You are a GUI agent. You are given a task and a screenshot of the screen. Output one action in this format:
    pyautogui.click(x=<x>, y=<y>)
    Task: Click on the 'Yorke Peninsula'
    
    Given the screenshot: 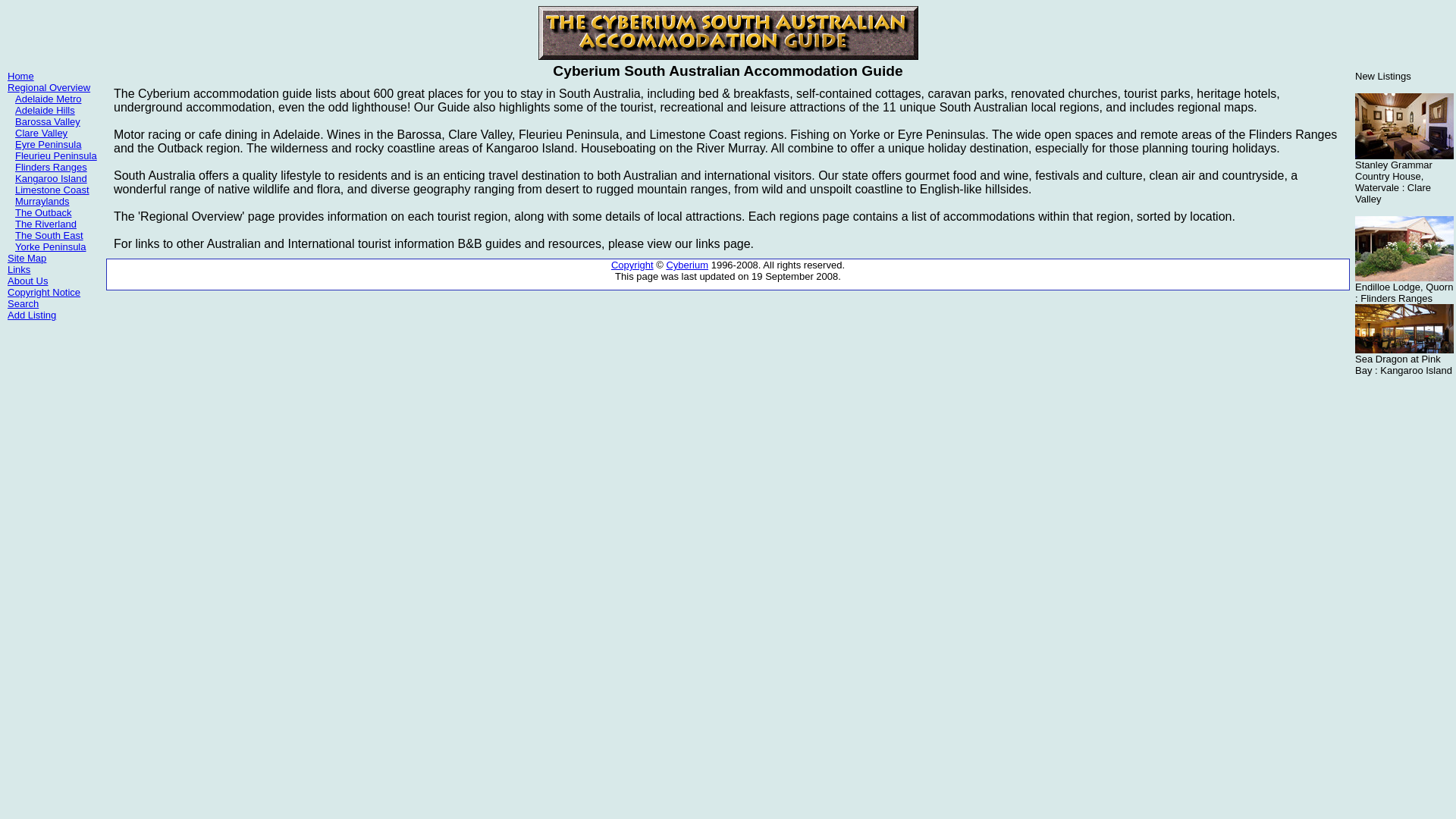 What is the action you would take?
    pyautogui.click(x=50, y=246)
    